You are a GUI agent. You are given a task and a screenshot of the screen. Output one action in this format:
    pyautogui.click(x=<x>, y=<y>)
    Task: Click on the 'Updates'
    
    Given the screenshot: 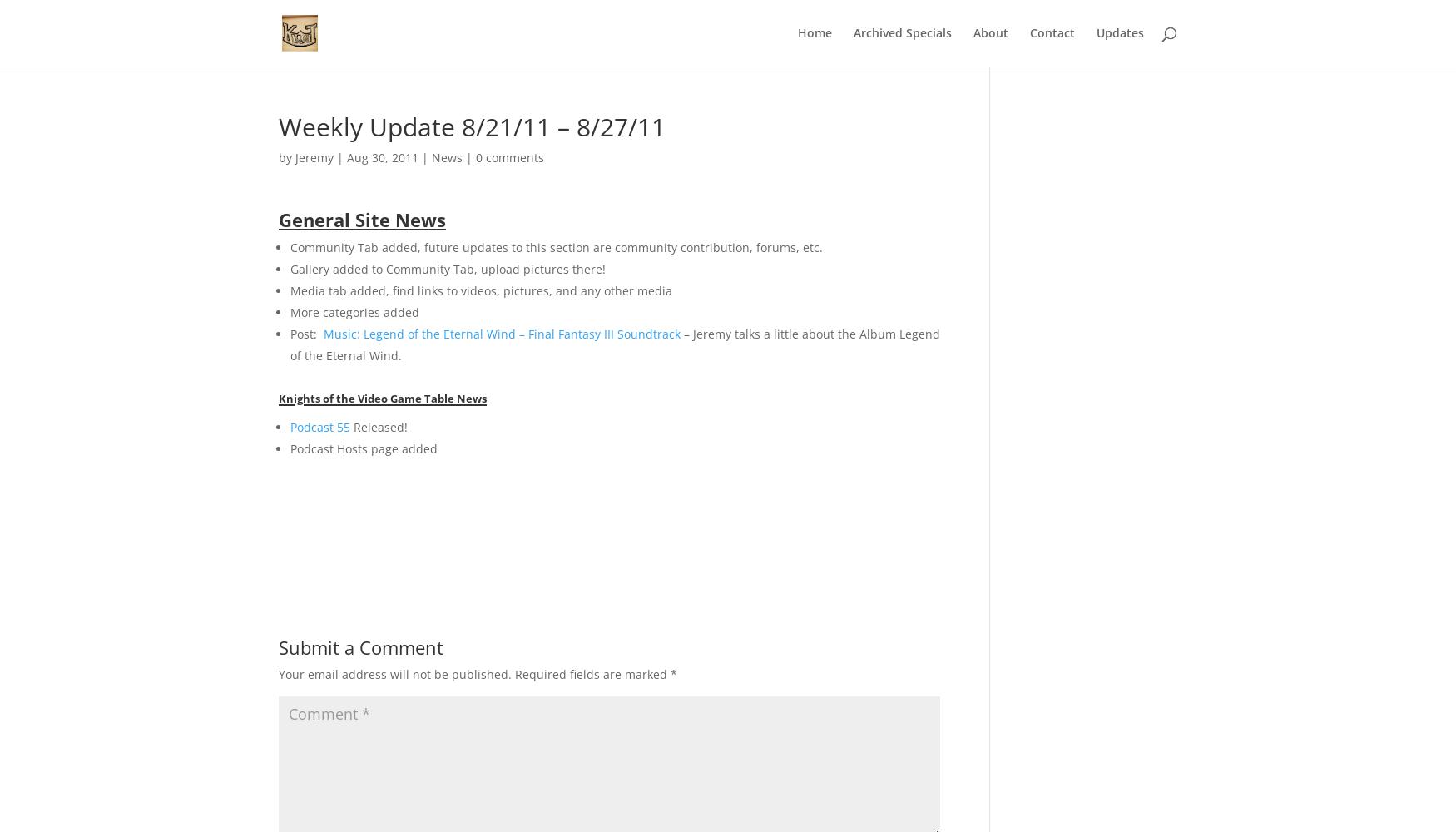 What is the action you would take?
    pyautogui.click(x=1120, y=32)
    